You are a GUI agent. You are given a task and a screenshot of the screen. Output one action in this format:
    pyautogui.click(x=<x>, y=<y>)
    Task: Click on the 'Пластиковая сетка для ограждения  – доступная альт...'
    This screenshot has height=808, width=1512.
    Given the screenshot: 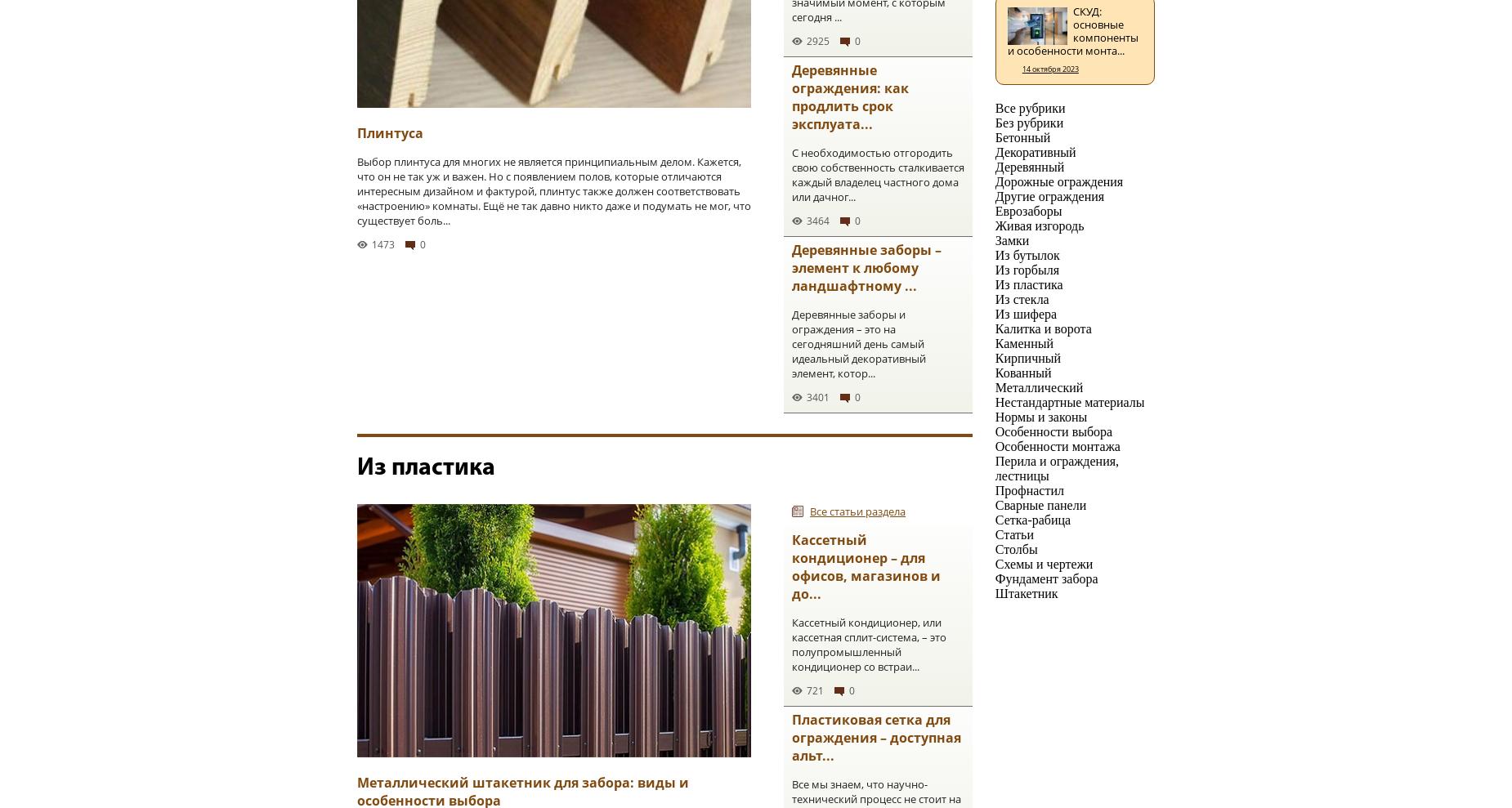 What is the action you would take?
    pyautogui.click(x=791, y=736)
    